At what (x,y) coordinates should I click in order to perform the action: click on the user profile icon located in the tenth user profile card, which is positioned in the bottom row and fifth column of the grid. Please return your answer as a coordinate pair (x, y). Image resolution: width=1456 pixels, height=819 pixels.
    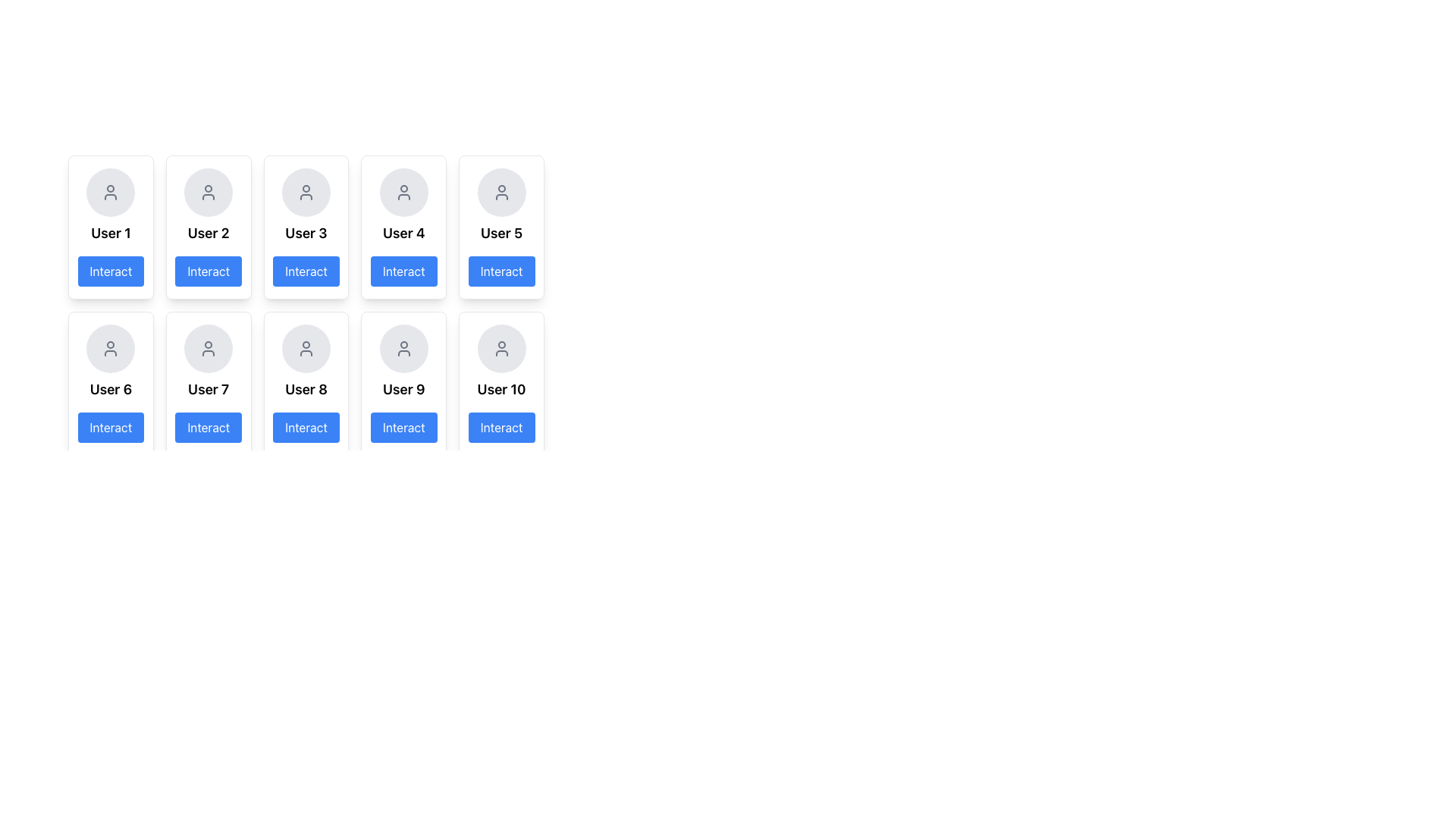
    Looking at the image, I should click on (501, 348).